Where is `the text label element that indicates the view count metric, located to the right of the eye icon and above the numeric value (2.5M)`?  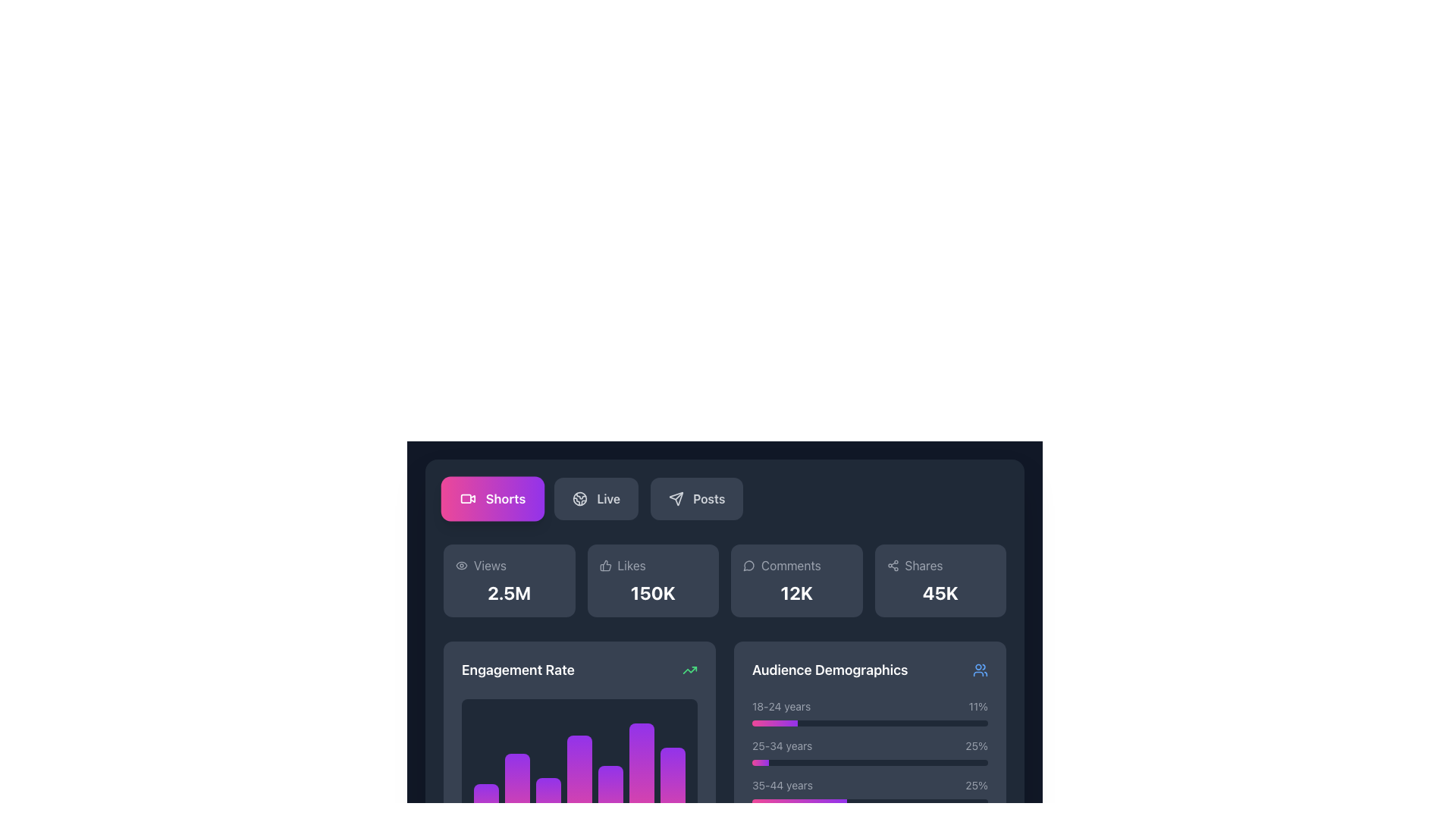
the text label element that indicates the view count metric, located to the right of the eye icon and above the numeric value (2.5M) is located at coordinates (490, 565).